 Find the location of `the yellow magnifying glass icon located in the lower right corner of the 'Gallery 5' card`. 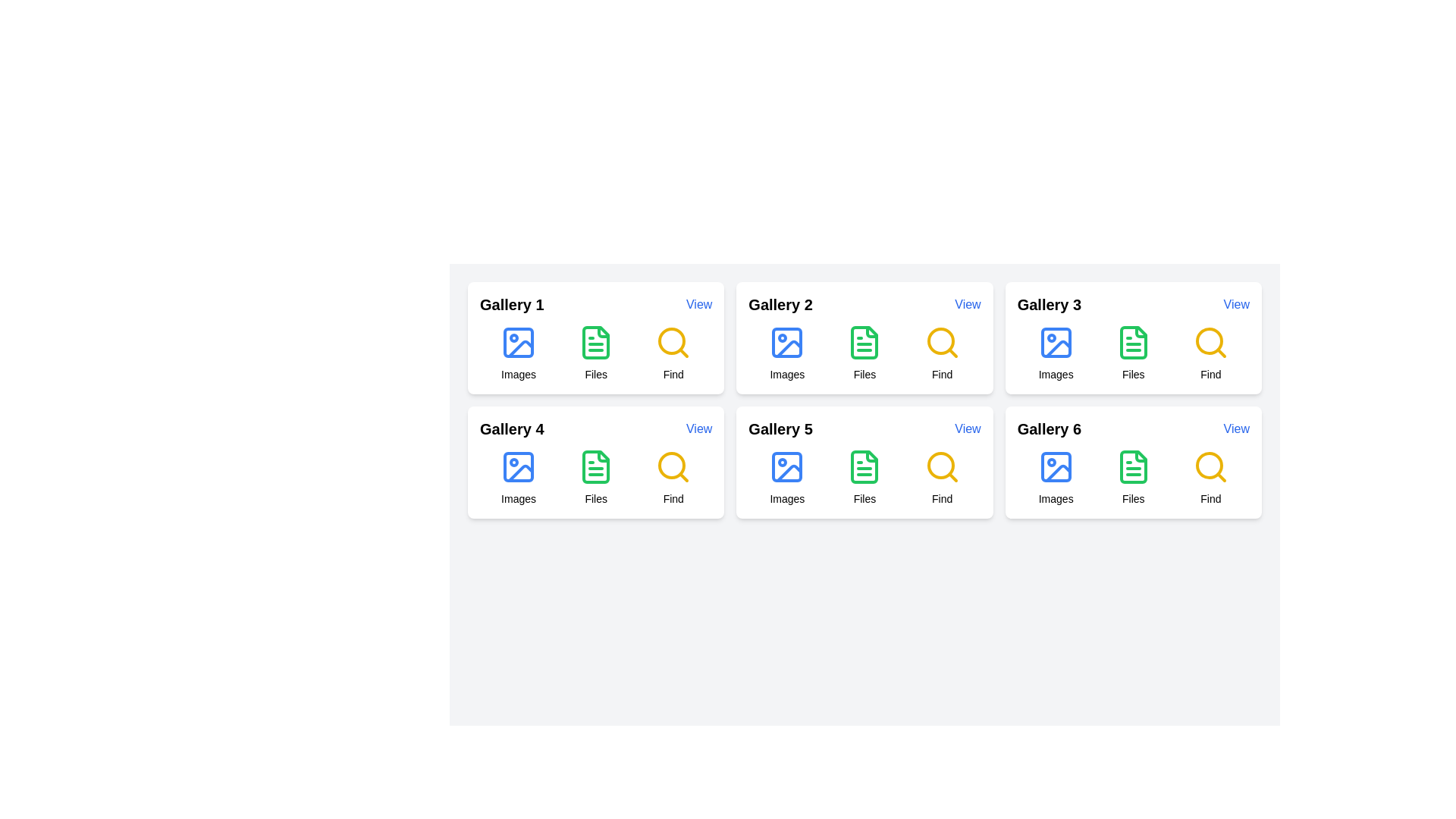

the yellow magnifying glass icon located in the lower right corner of the 'Gallery 5' card is located at coordinates (941, 466).